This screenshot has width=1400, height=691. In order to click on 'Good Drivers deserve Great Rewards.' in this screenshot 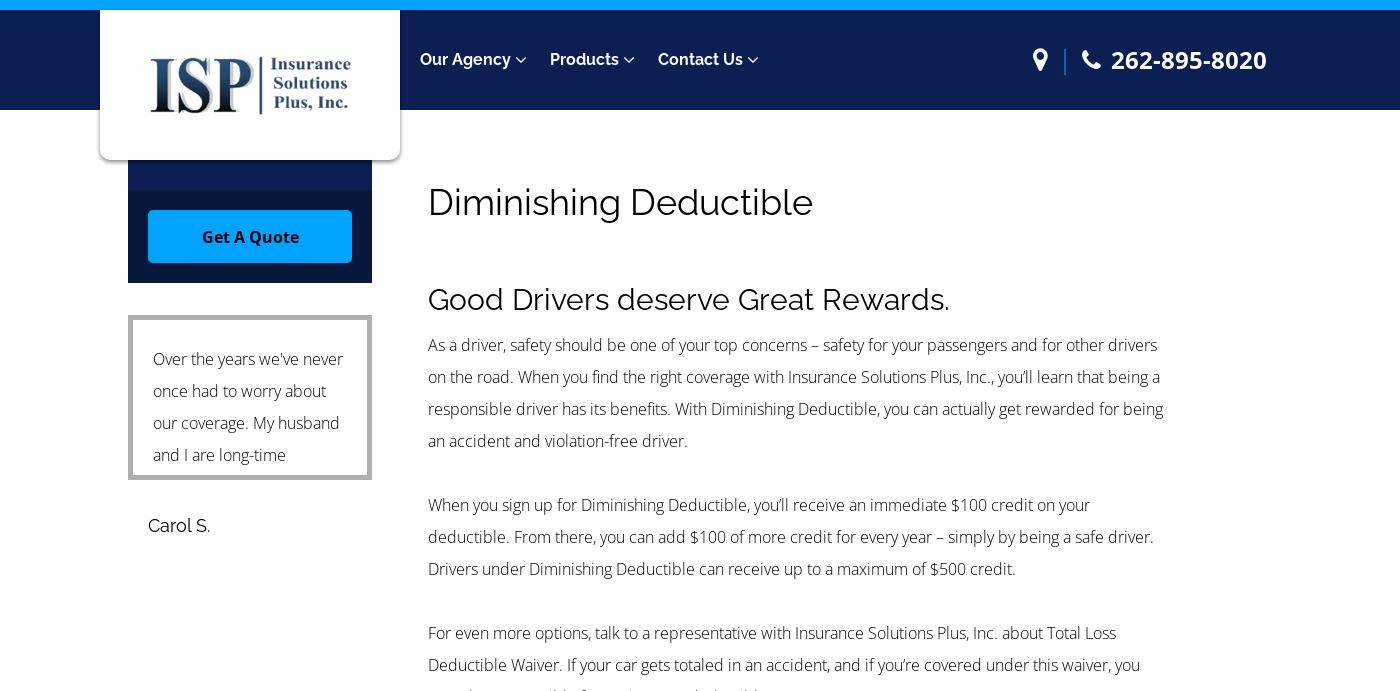, I will do `click(688, 297)`.